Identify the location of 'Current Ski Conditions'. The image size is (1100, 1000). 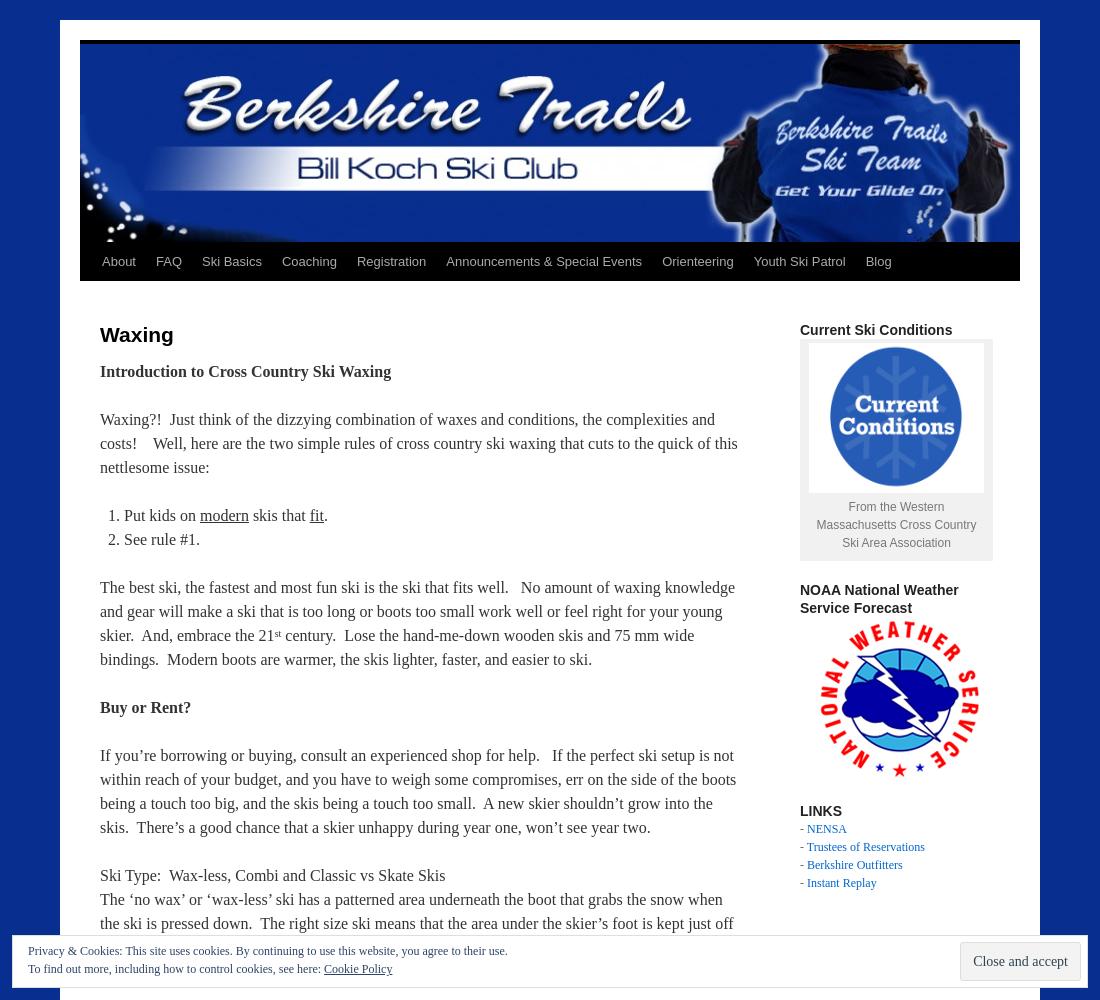
(875, 329).